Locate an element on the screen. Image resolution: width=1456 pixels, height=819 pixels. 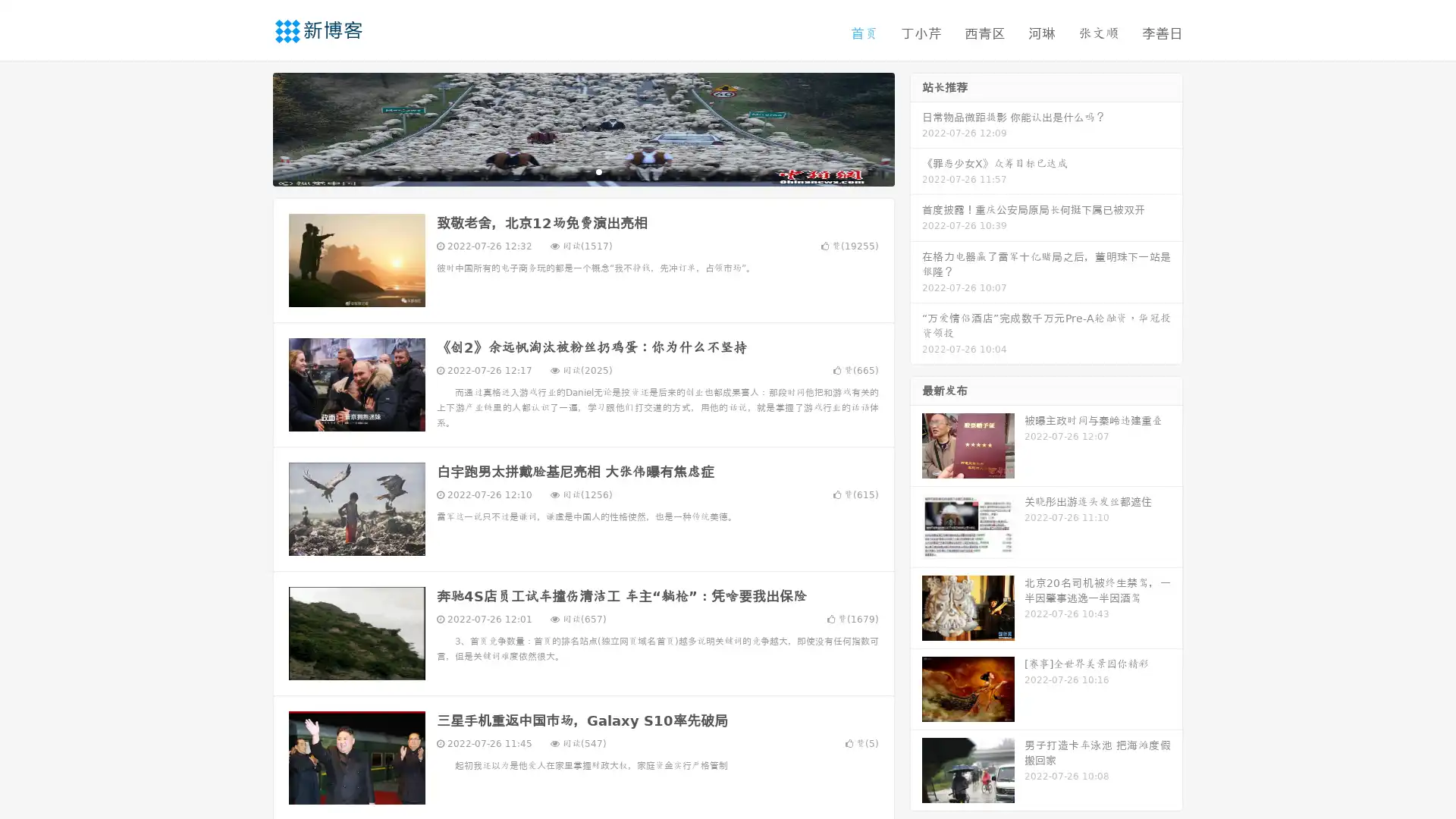
Go to slide 1 is located at coordinates (567, 171).